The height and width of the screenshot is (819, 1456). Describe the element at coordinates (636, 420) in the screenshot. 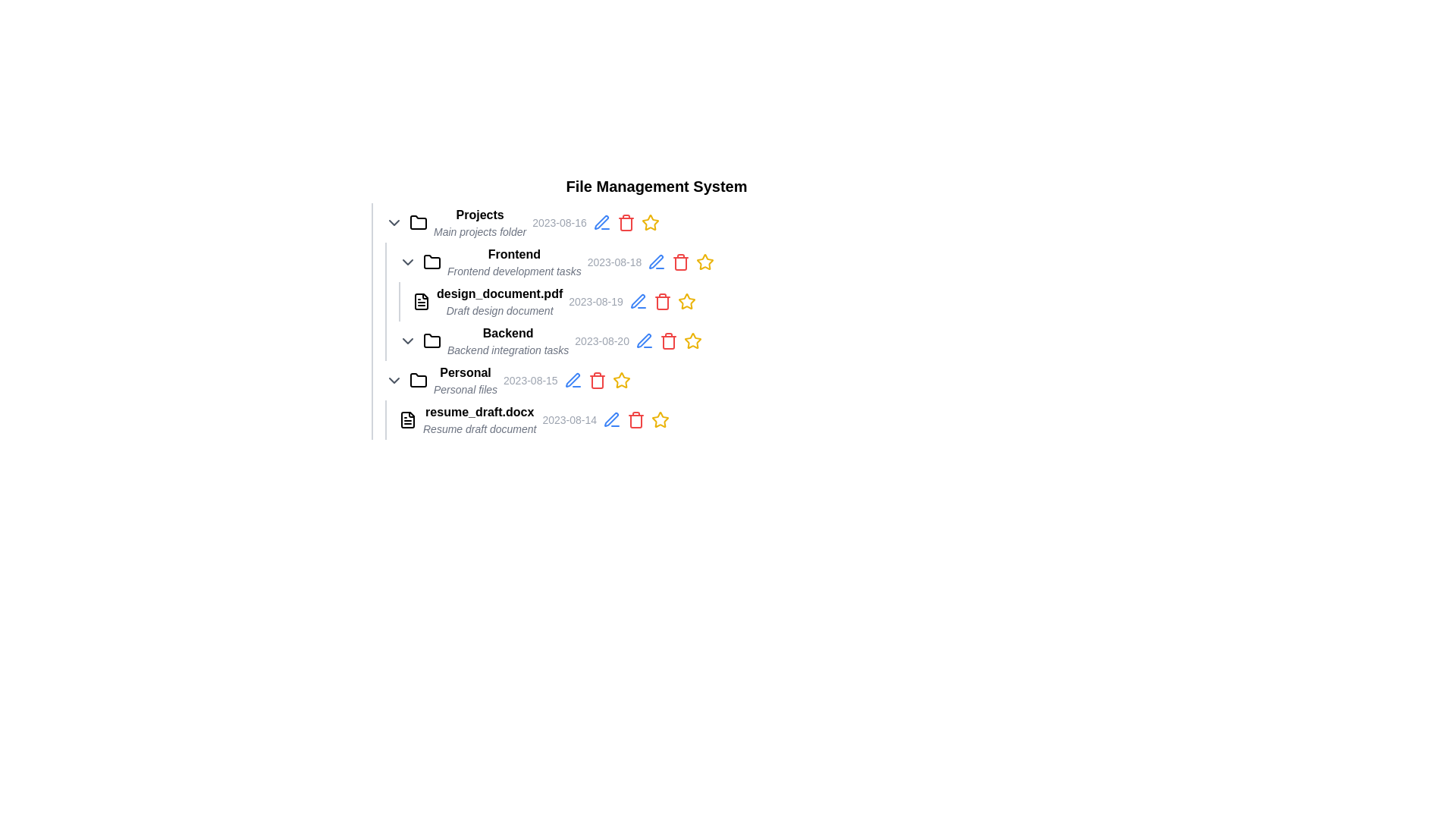

I see `the trash can icon button outlined in red located in the row for 'resume_draft.docx'` at that location.